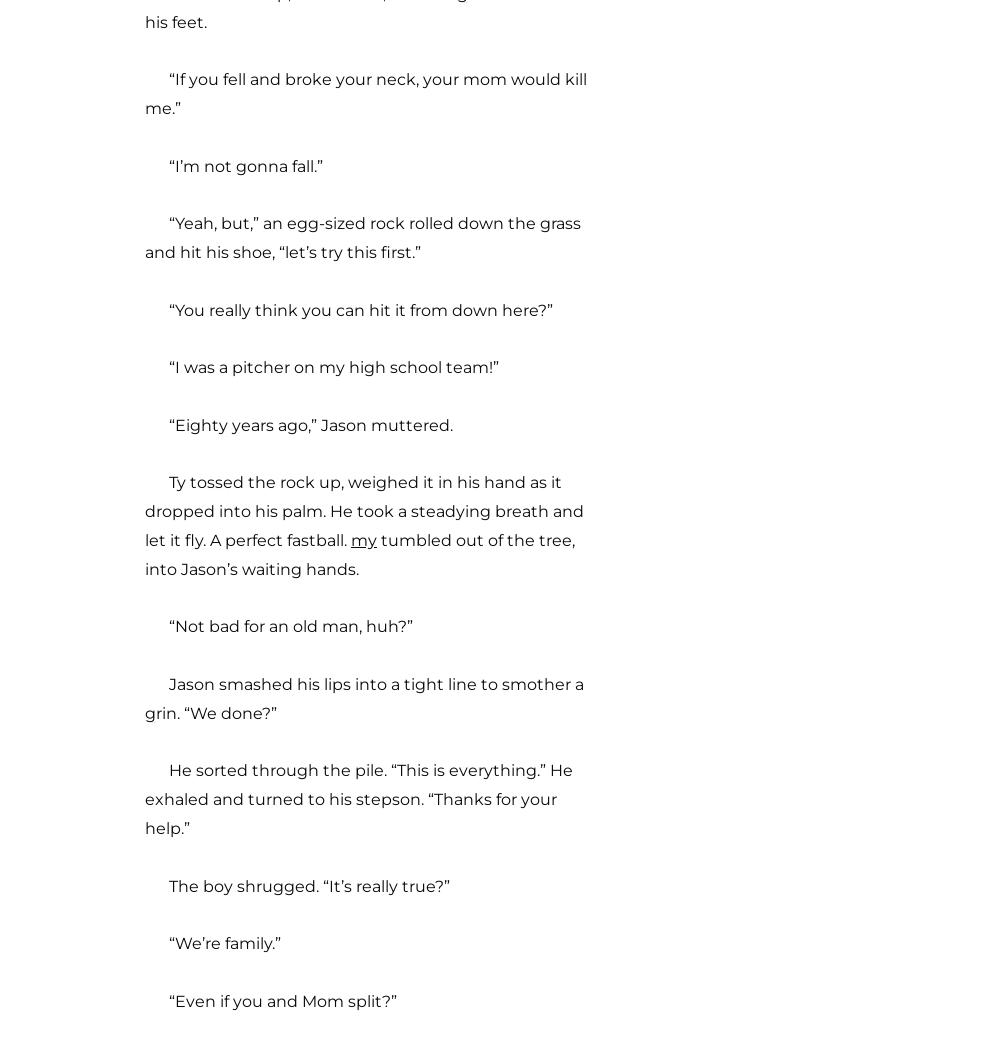 This screenshot has width=1000, height=1041. I want to click on '“We’re family.”', so click(212, 943).